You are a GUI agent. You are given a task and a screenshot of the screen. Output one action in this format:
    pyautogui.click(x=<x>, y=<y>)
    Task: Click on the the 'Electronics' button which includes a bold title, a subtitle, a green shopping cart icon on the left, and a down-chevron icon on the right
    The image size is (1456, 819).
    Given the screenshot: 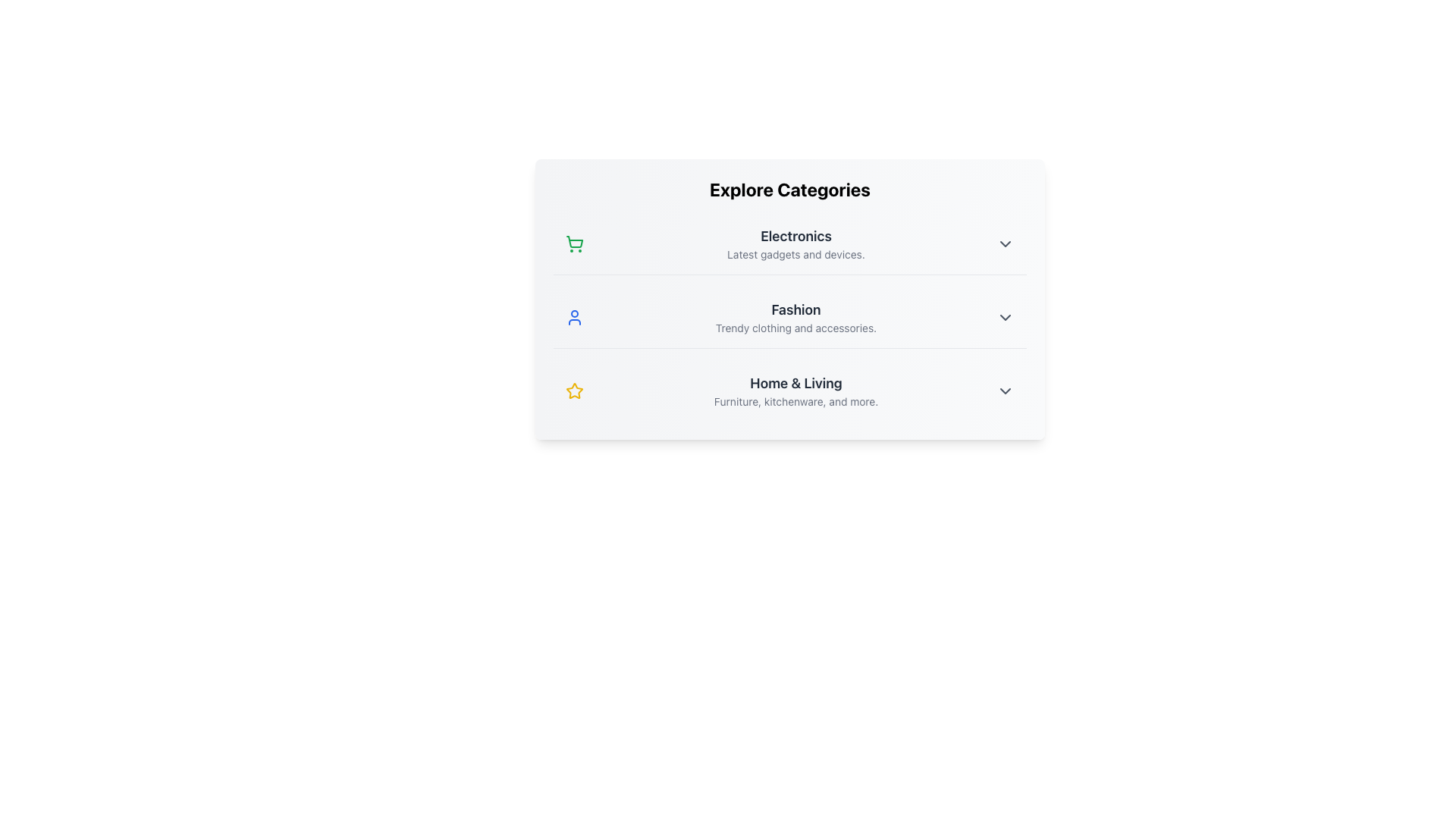 What is the action you would take?
    pyautogui.click(x=789, y=243)
    